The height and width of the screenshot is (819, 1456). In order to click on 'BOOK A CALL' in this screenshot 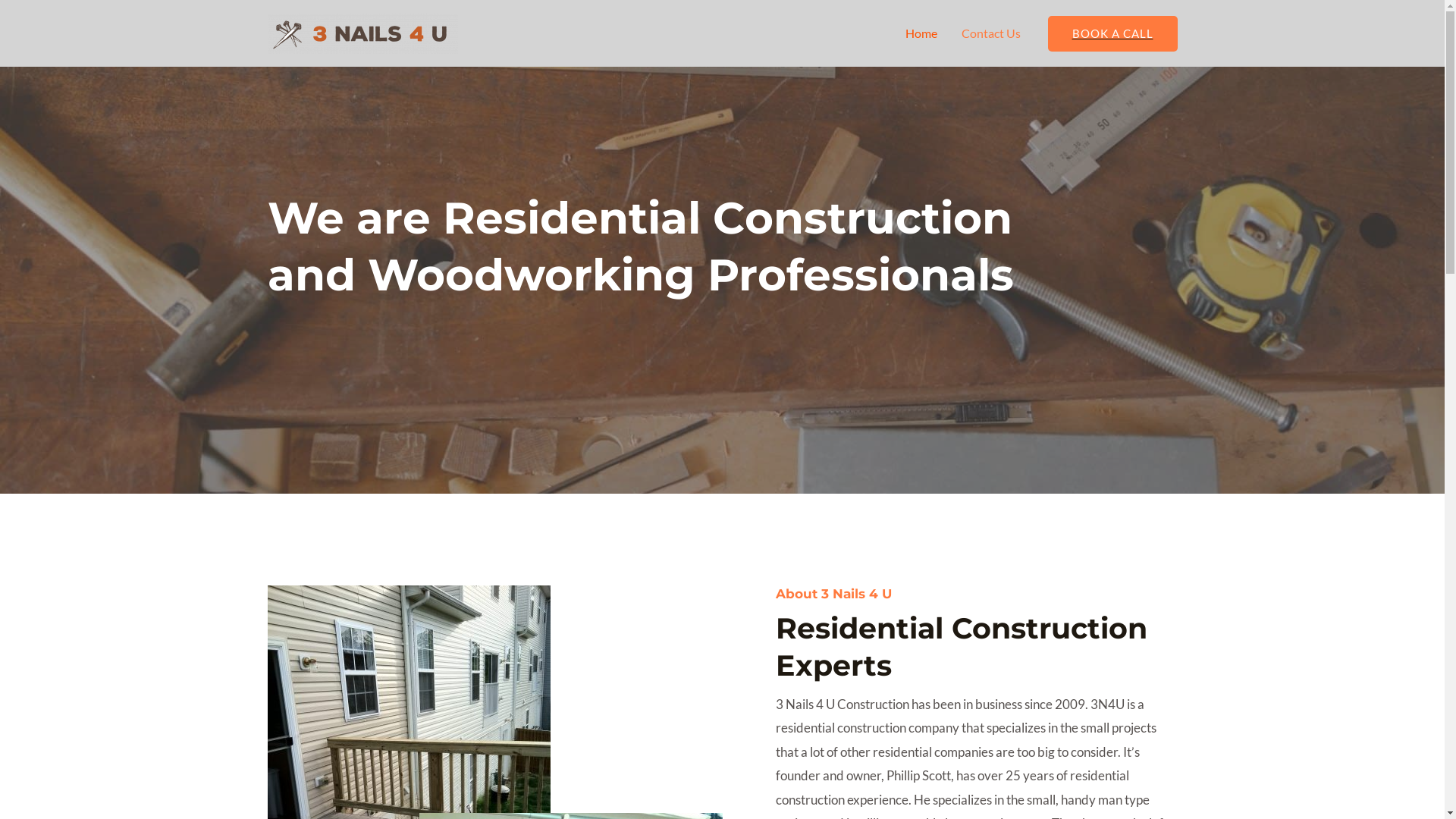, I will do `click(1047, 33)`.